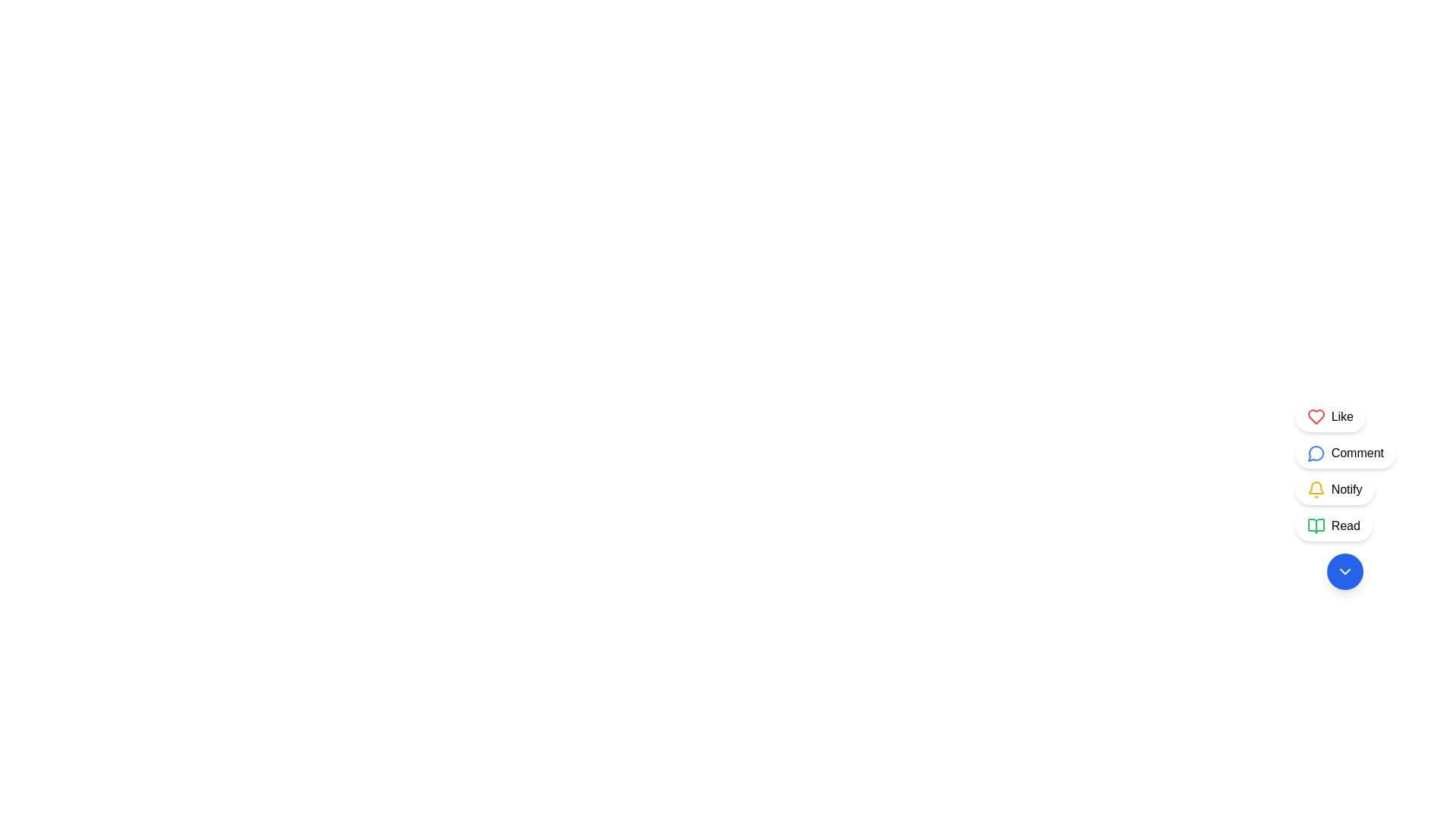  Describe the element at coordinates (1342, 417) in the screenshot. I see `the 'Like' text label located to the right of the red heart icon at the top of the vertical stack of buttons on the right side of the interface` at that location.